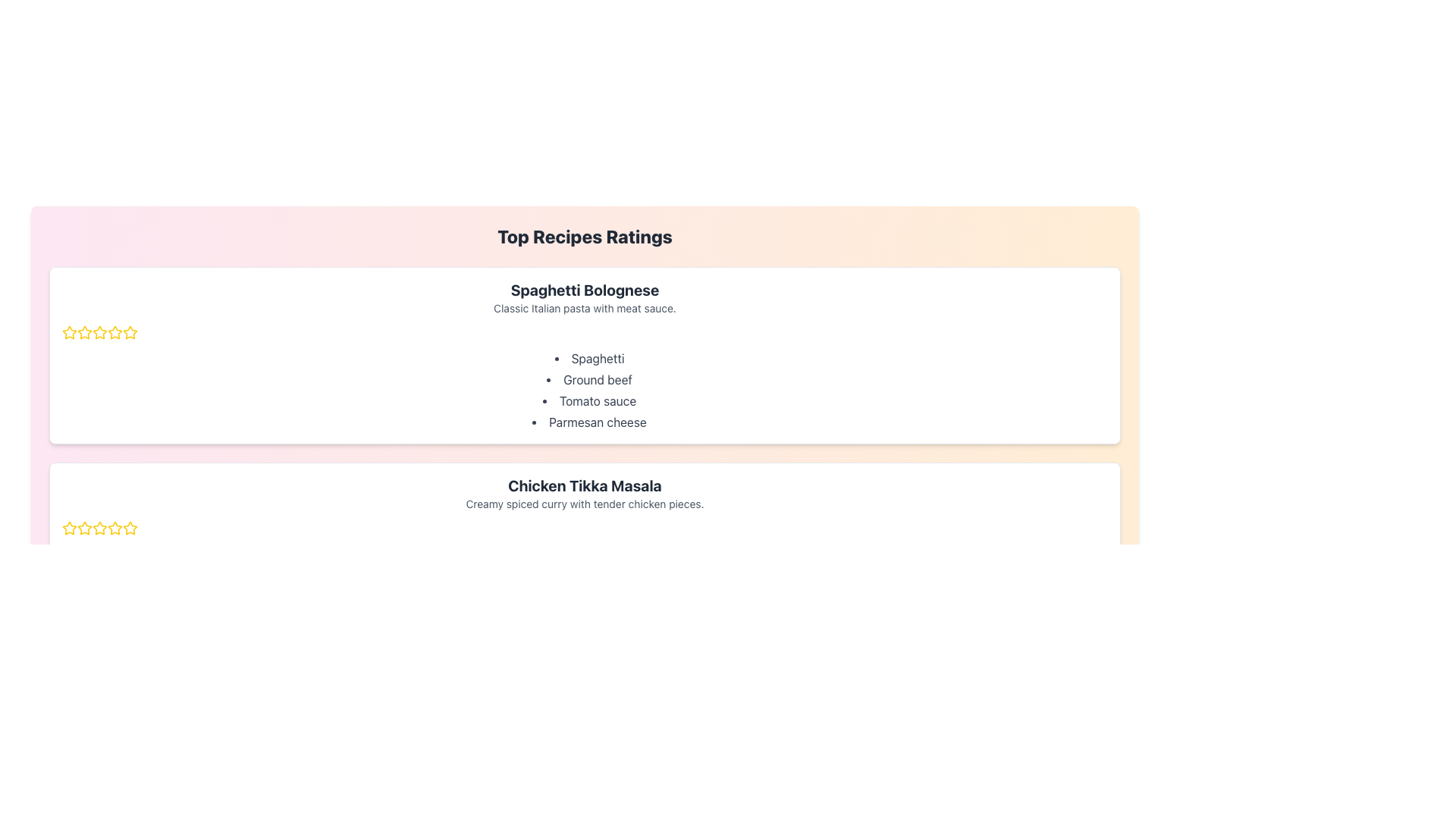 The width and height of the screenshot is (1456, 819). I want to click on the first golden outline star in the rating row for 'Chicken Tikka Masala', so click(83, 527).